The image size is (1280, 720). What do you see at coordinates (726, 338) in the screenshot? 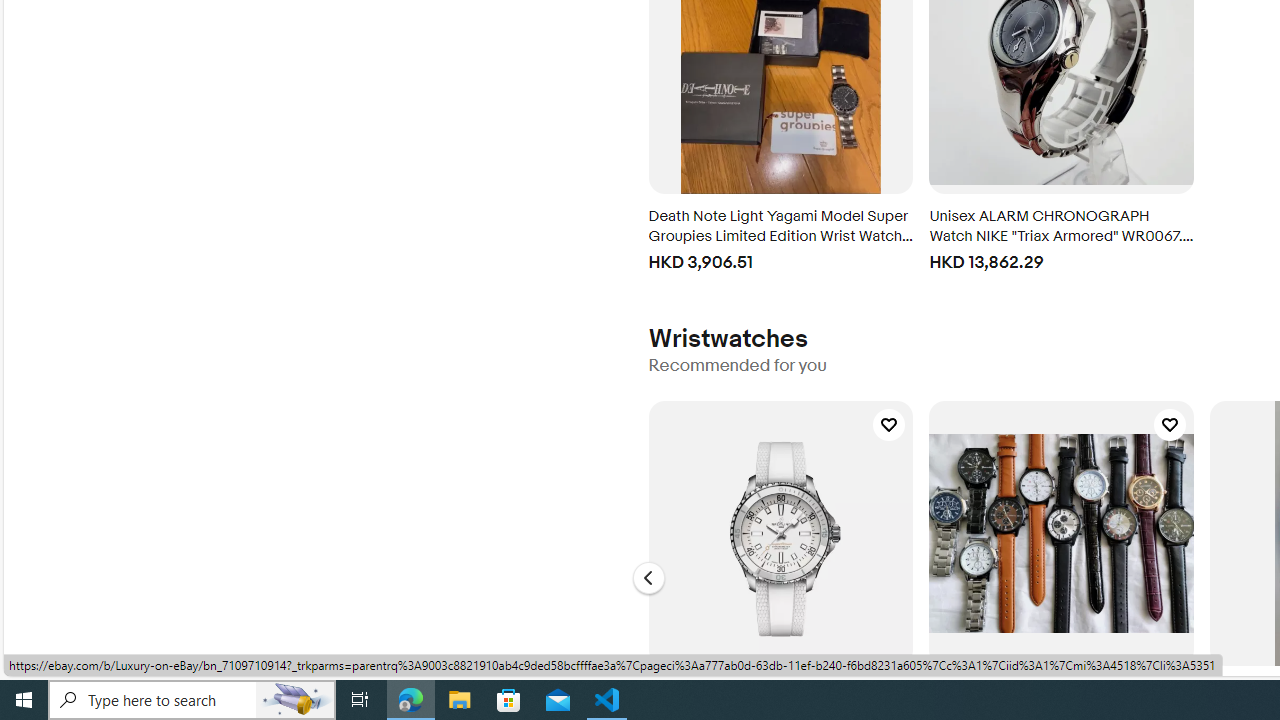
I see `'Wristwatches'` at bounding box center [726, 338].